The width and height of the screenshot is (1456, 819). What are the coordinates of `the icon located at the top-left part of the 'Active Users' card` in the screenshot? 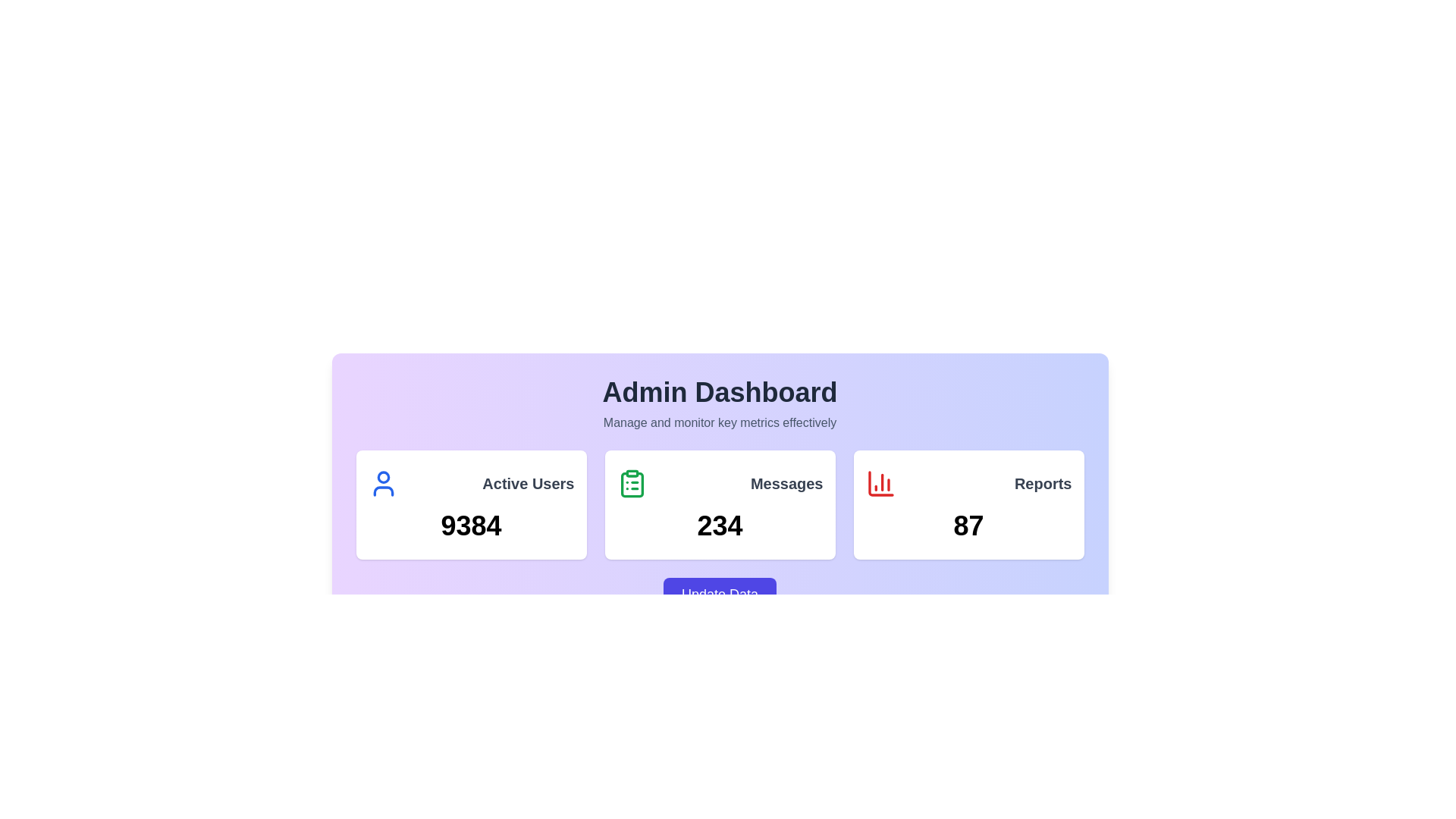 It's located at (383, 483).